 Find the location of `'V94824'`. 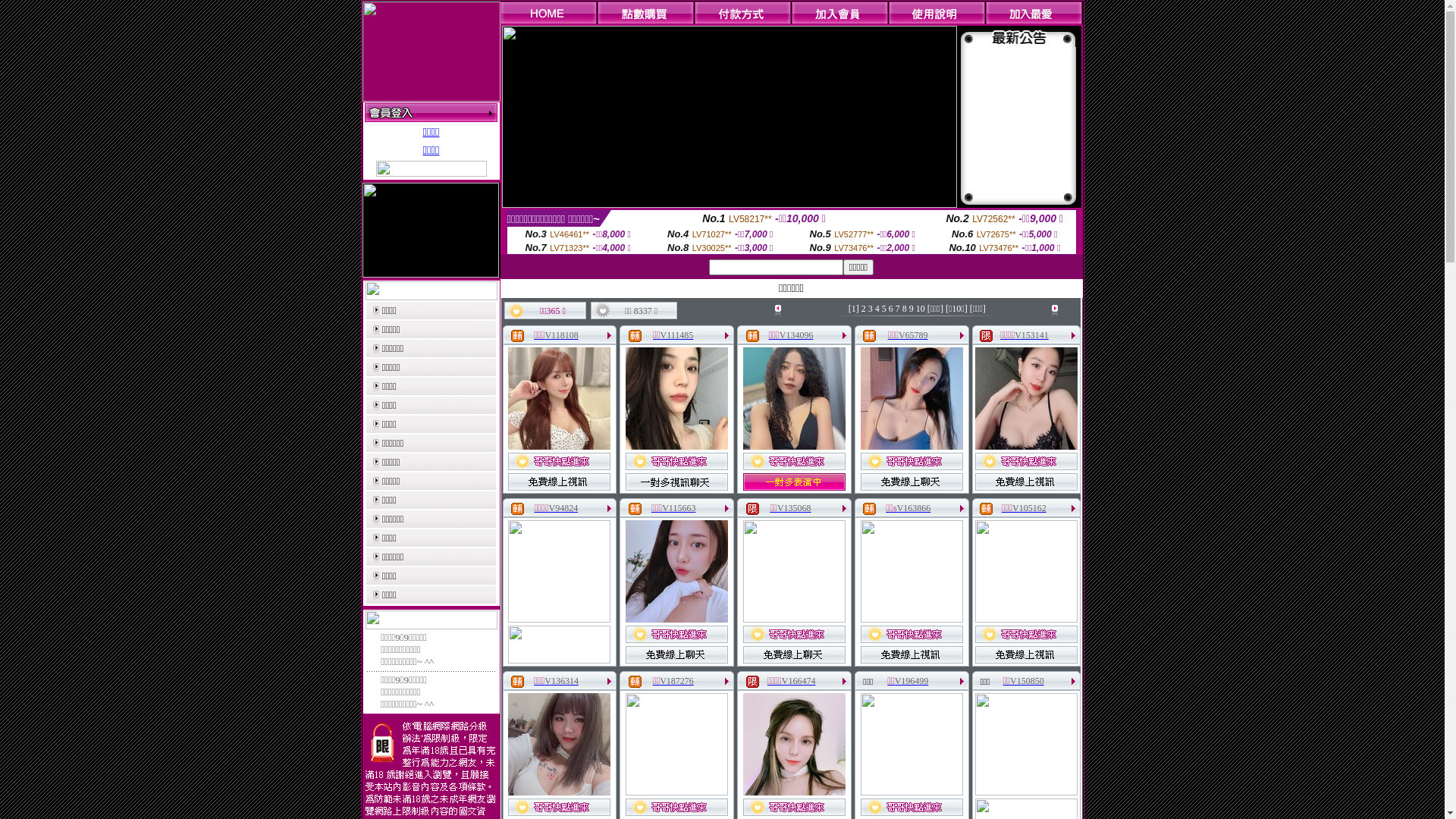

'V94824' is located at coordinates (562, 508).